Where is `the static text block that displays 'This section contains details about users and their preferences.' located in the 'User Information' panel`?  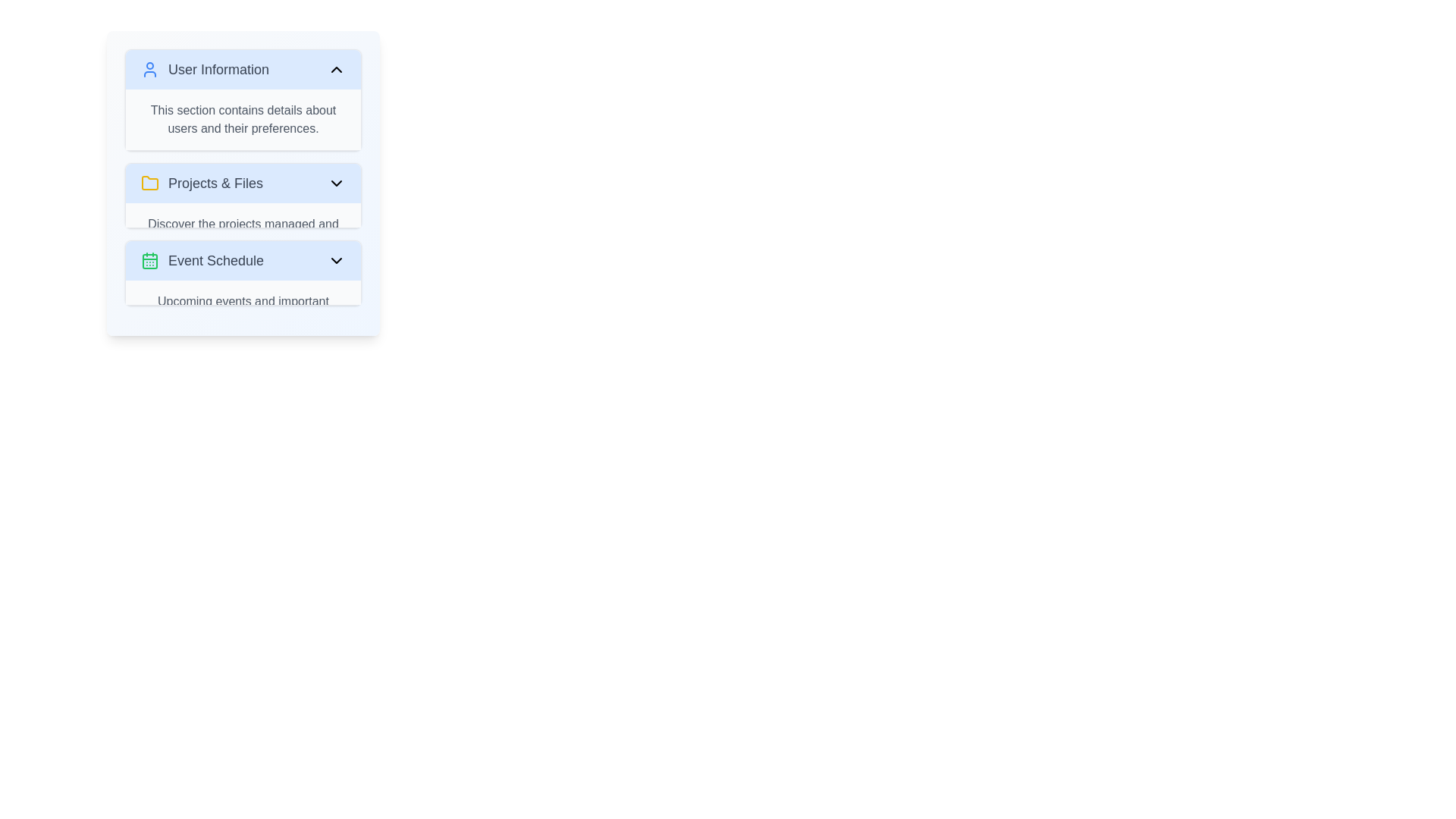
the static text block that displays 'This section contains details about users and their preferences.' located in the 'User Information' panel is located at coordinates (243, 119).